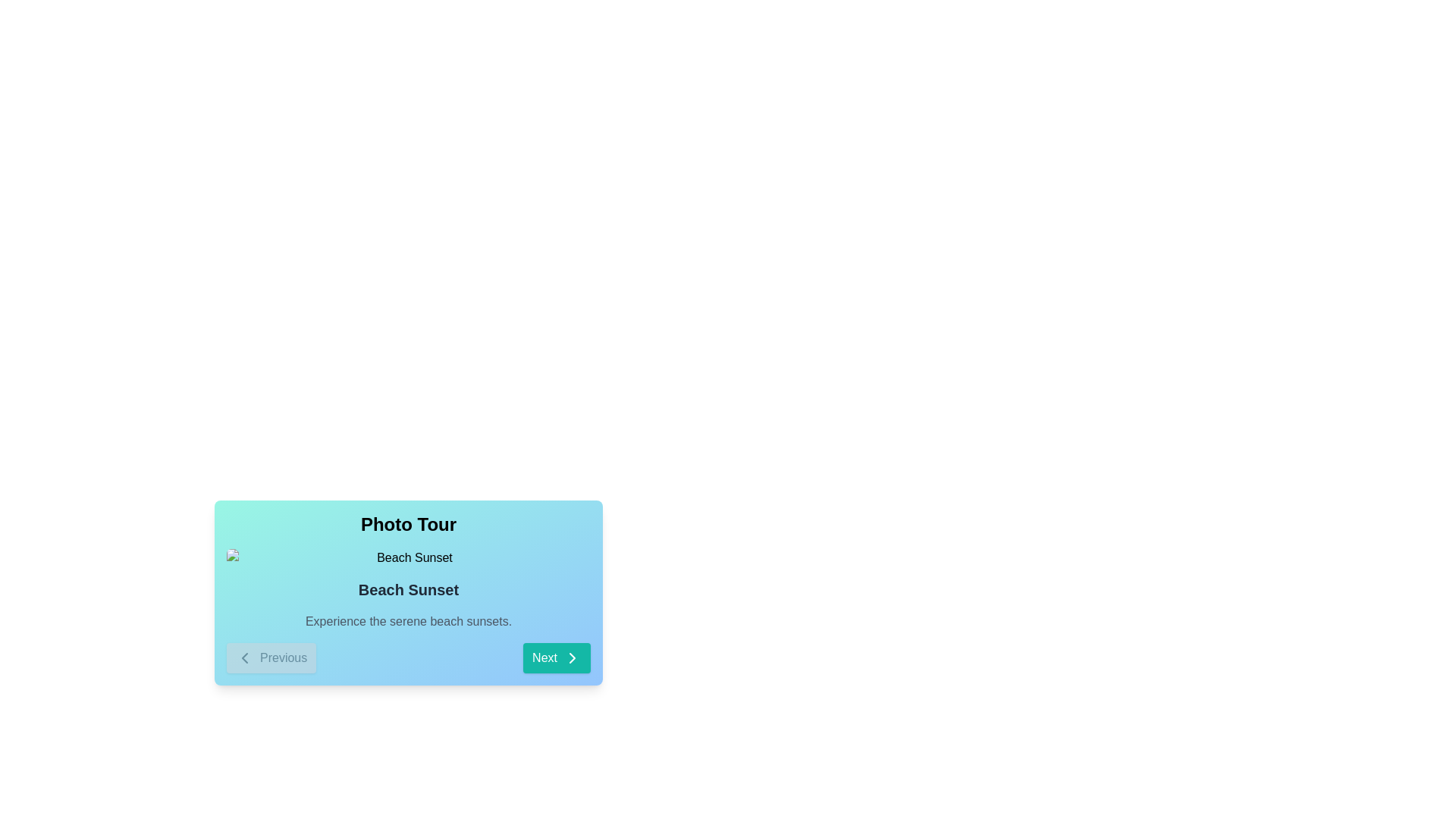  What do you see at coordinates (271, 657) in the screenshot?
I see `the Previous button to navigate to the Previous step` at bounding box center [271, 657].